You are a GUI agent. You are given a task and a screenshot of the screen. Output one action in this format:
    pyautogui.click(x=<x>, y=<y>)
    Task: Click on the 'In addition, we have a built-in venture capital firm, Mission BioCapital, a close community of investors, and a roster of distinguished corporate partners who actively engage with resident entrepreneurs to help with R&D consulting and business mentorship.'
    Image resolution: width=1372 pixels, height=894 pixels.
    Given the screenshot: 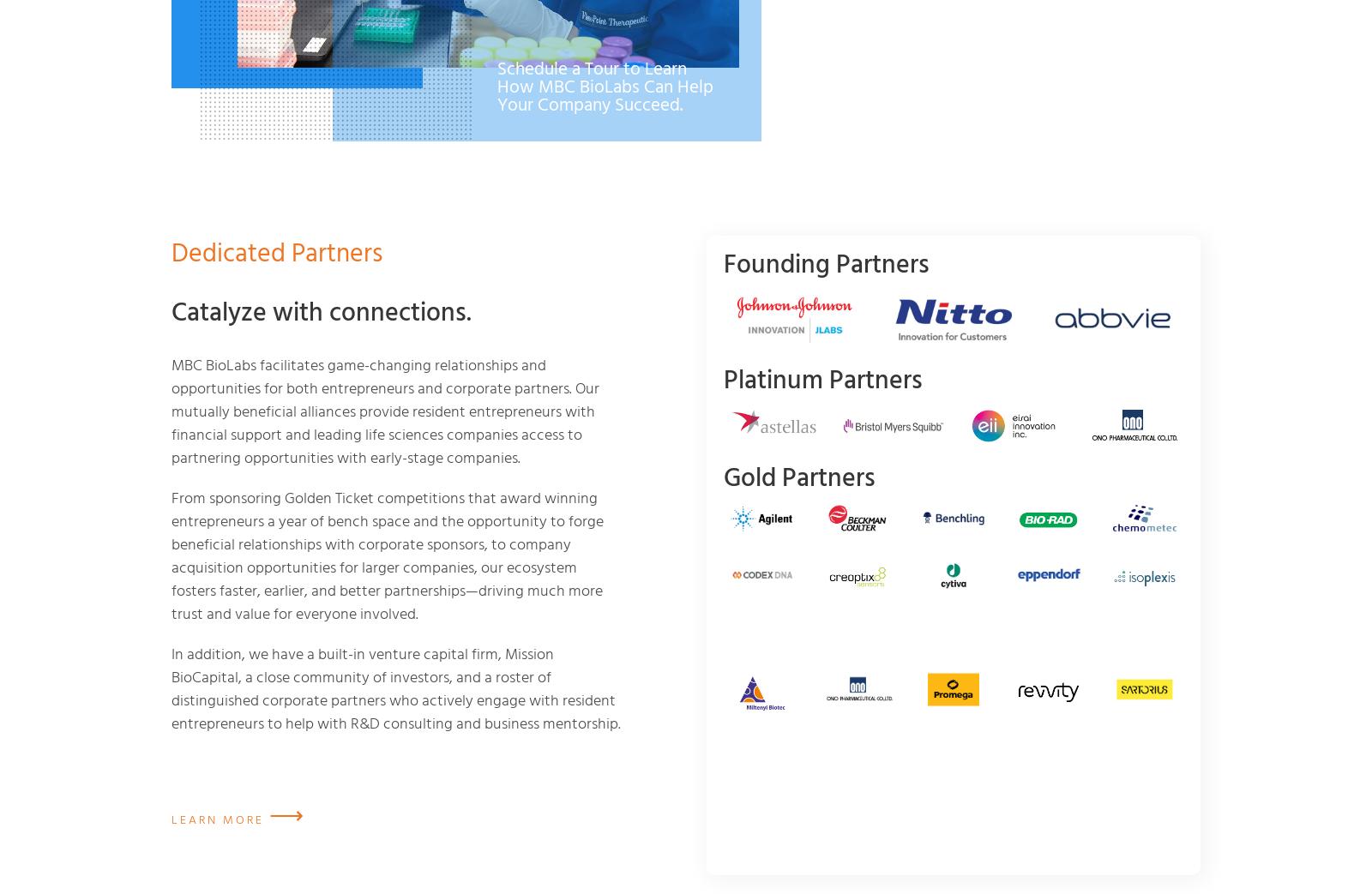 What is the action you would take?
    pyautogui.click(x=395, y=686)
    